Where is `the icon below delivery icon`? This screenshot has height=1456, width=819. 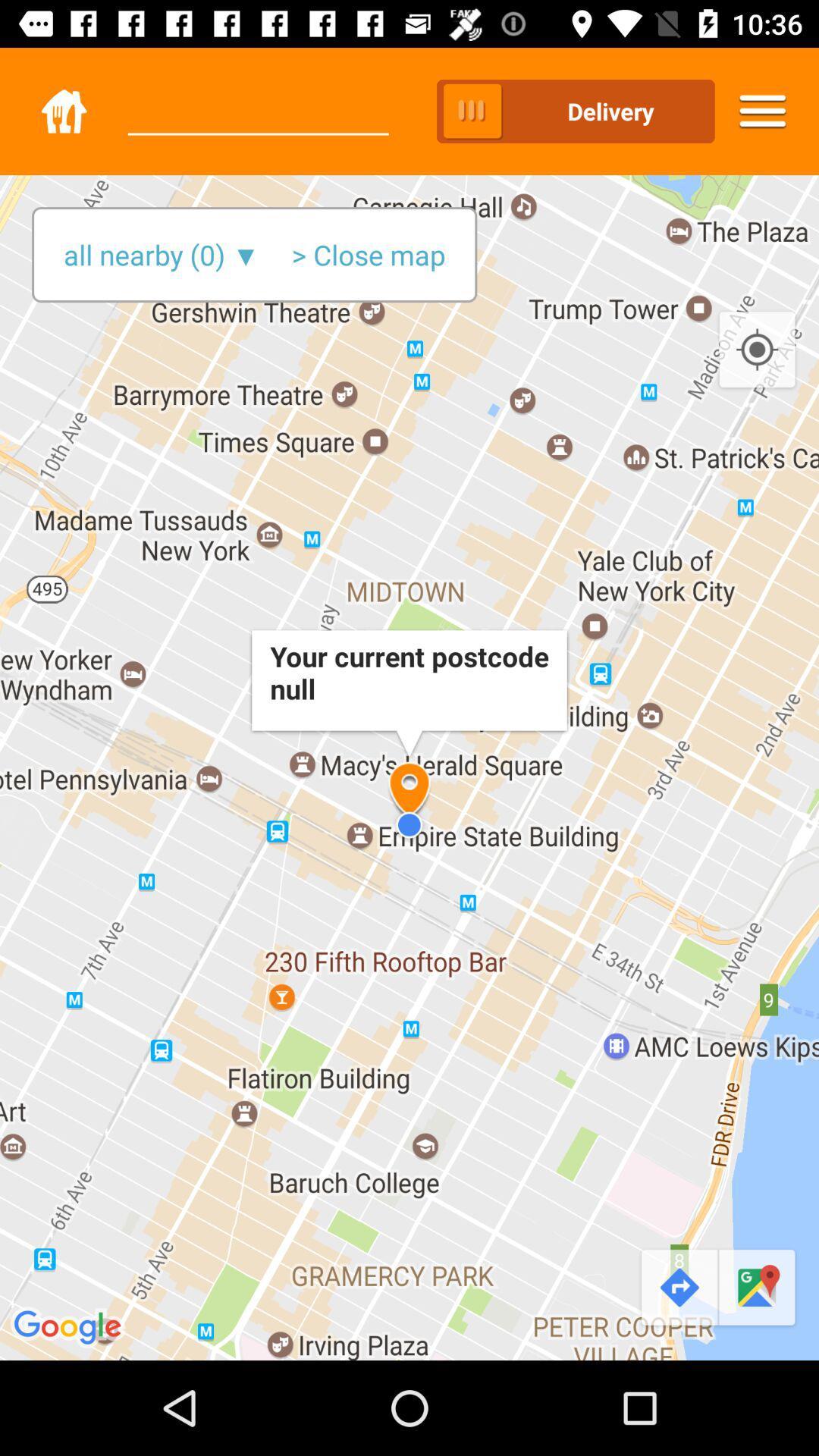 the icon below delivery icon is located at coordinates (757, 350).